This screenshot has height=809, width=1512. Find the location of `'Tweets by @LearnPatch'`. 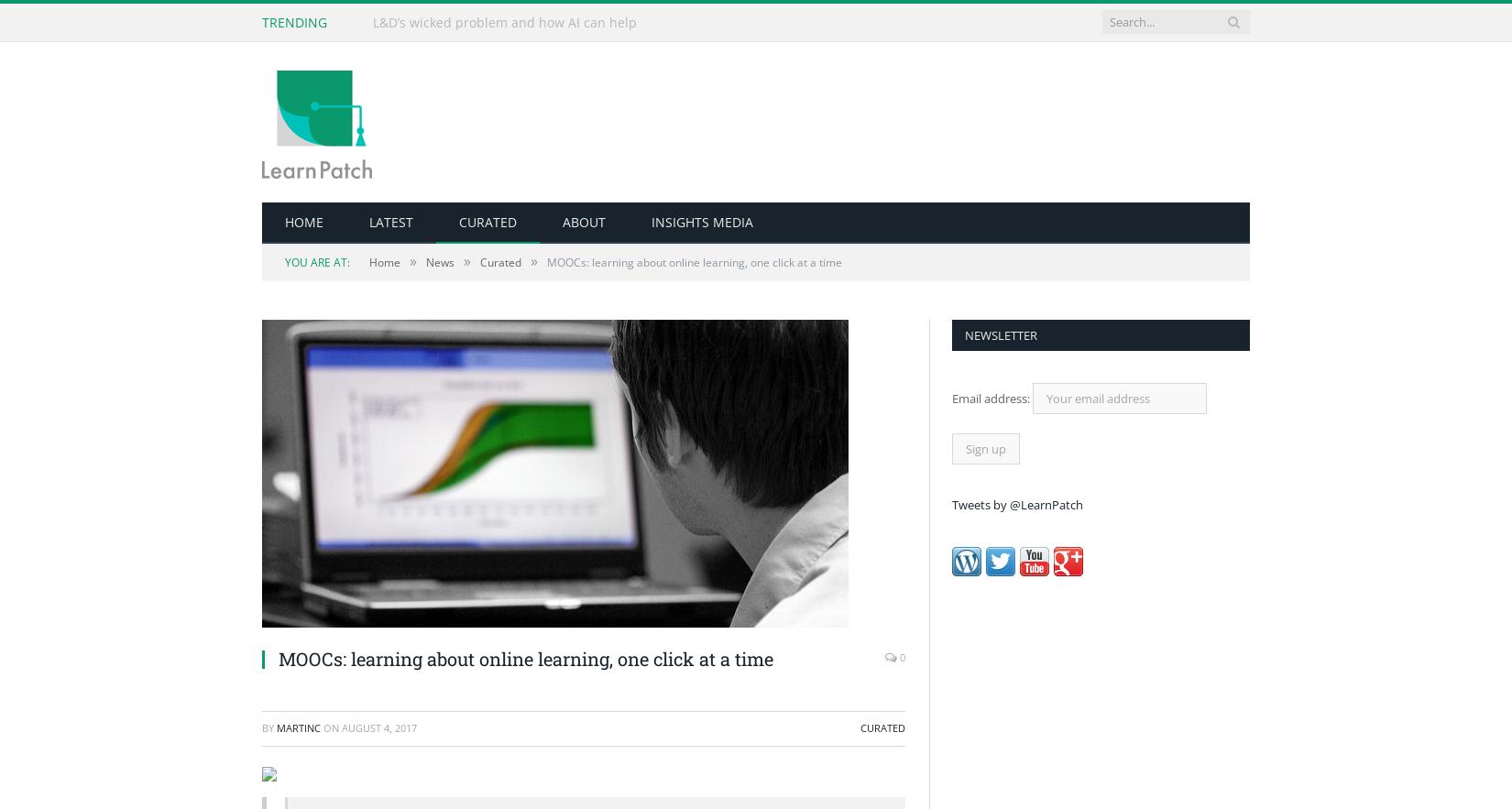

'Tweets by @LearnPatch' is located at coordinates (1017, 504).